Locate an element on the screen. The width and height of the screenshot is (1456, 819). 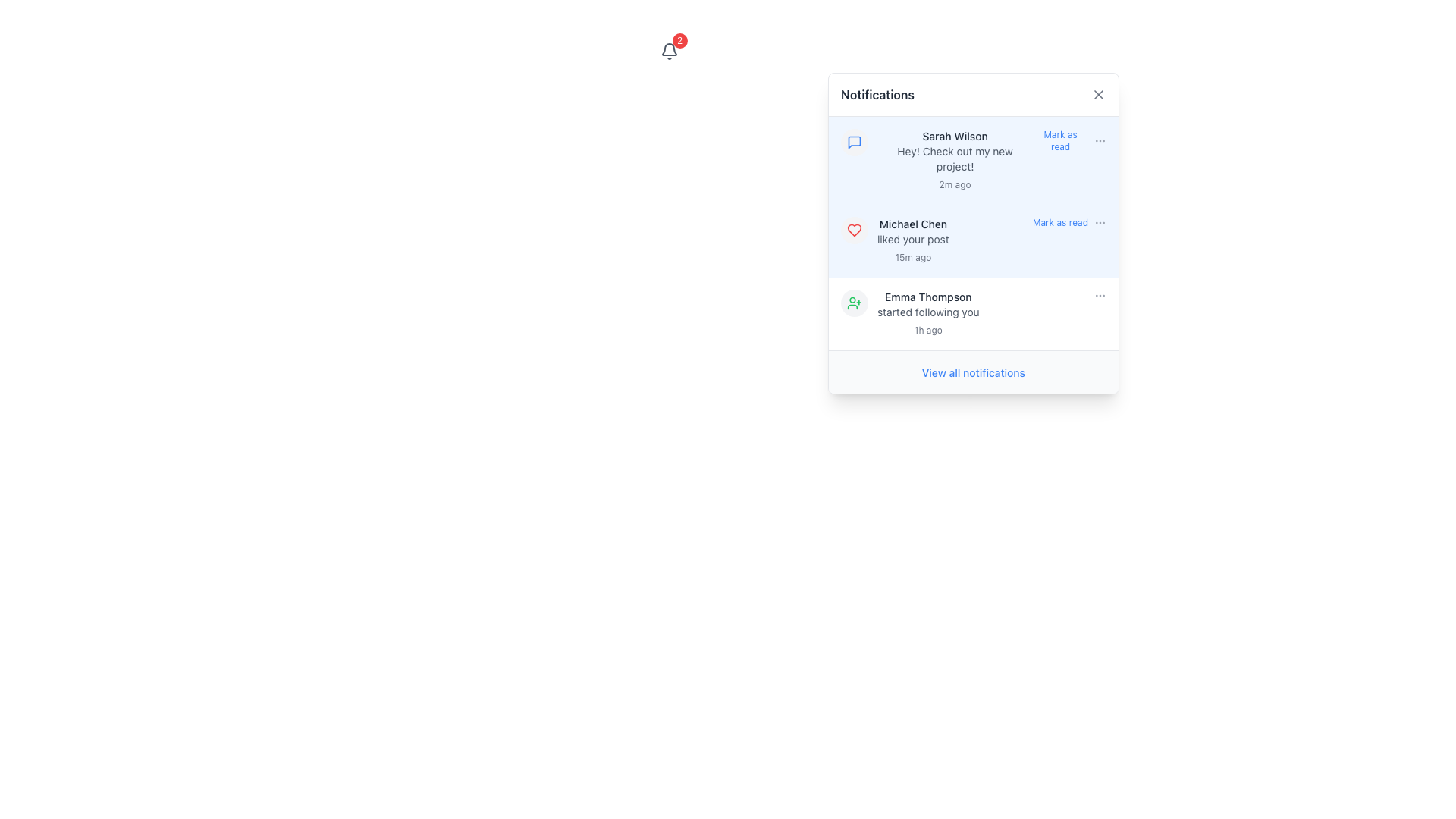
the text label displaying '2m ago' located in the lower right corner of the notification card underneath the title 'Sarah Wilson' is located at coordinates (954, 184).